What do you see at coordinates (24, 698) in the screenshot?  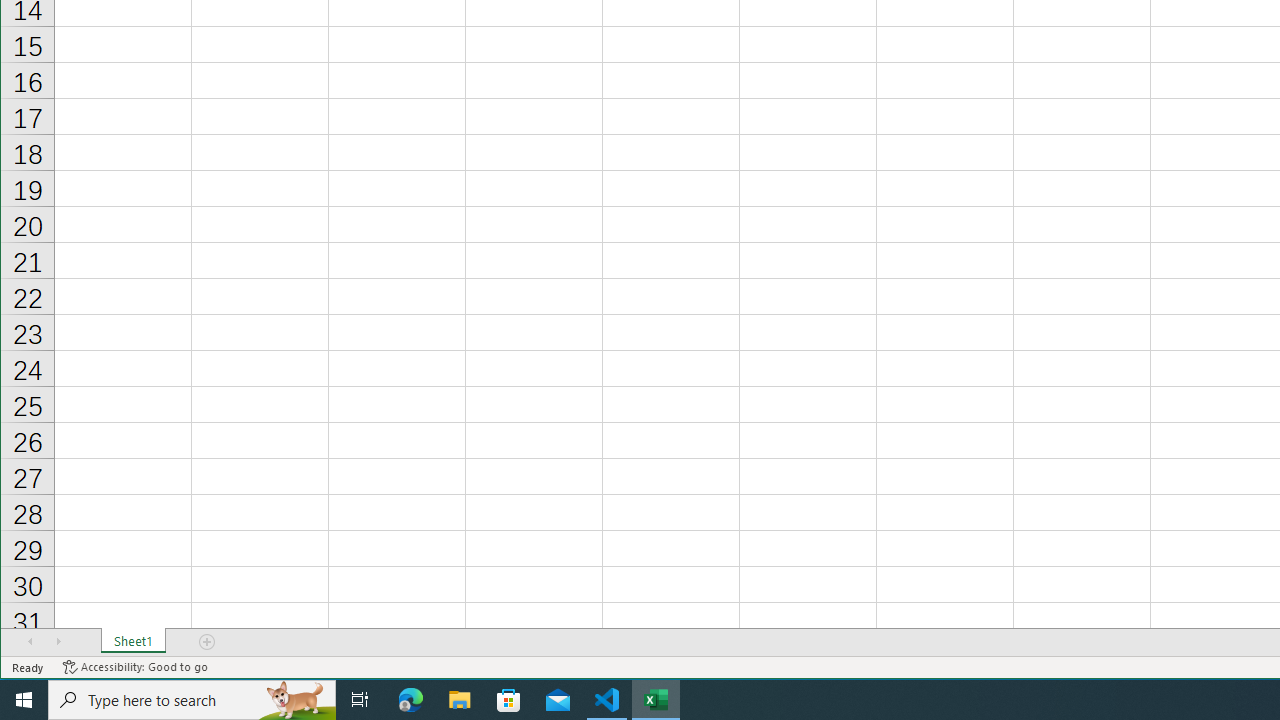 I see `'Start'` at bounding box center [24, 698].